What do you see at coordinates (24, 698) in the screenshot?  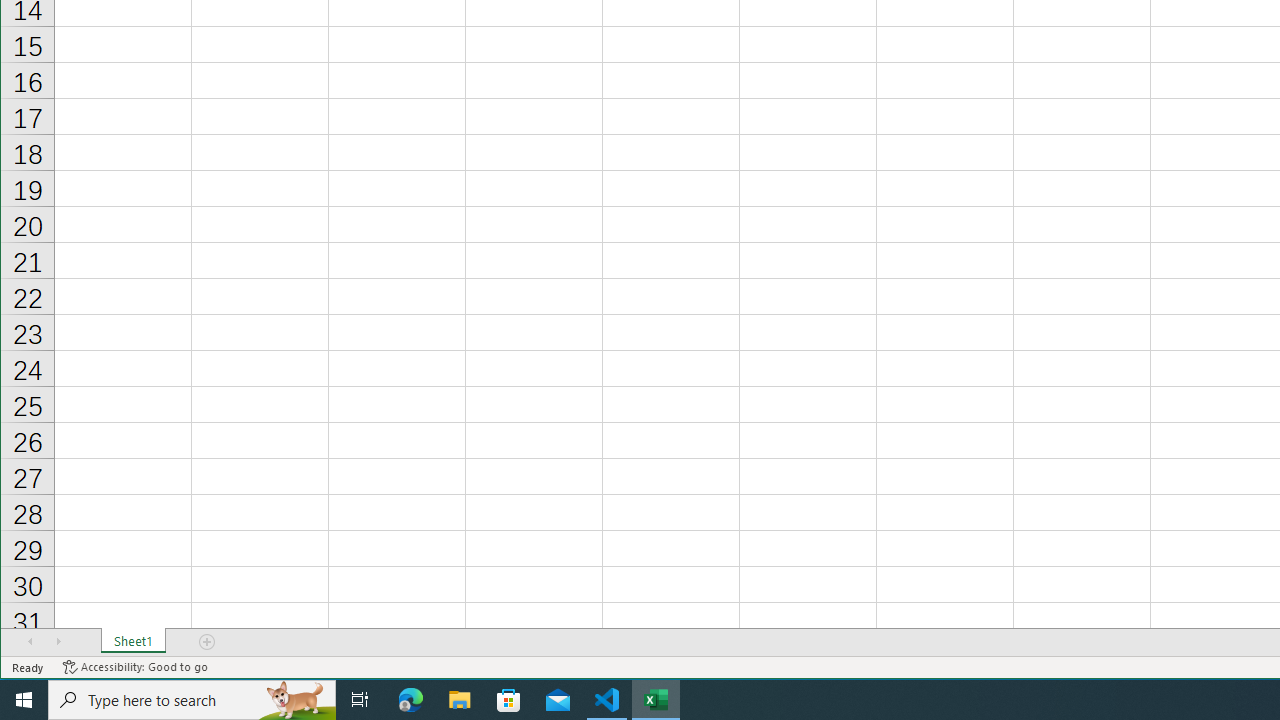 I see `'Start'` at bounding box center [24, 698].